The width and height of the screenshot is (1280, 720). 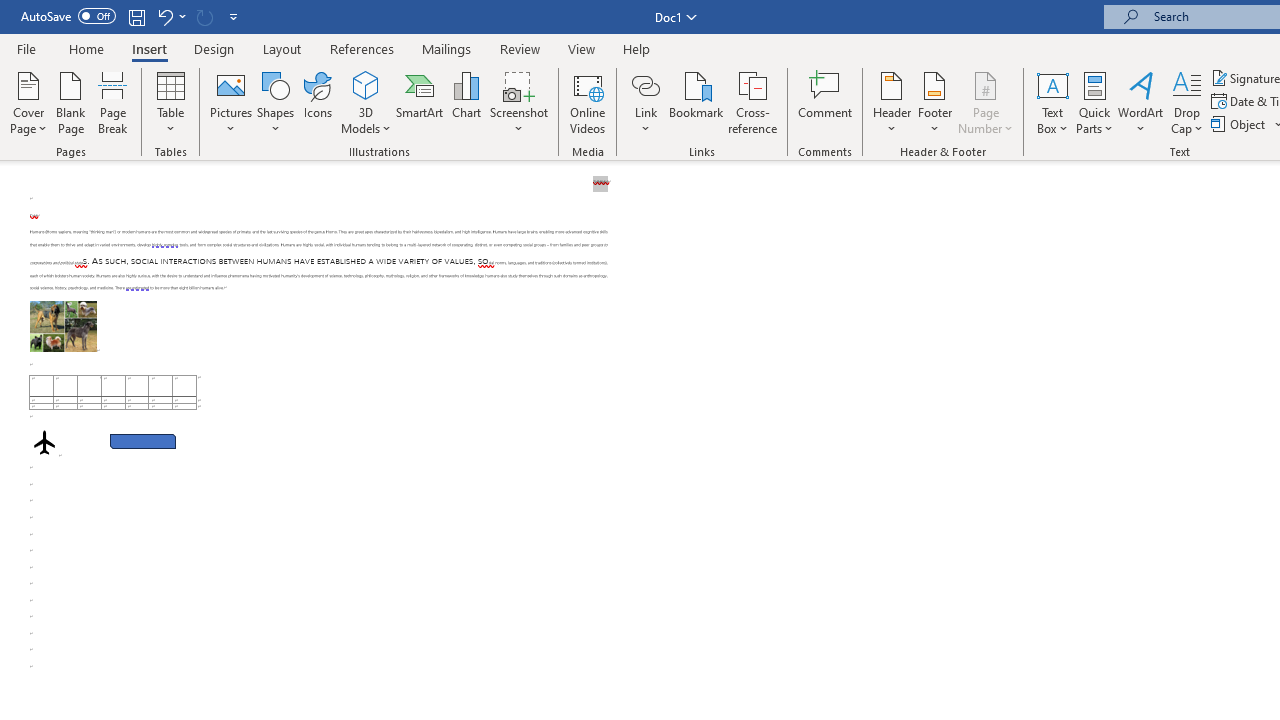 What do you see at coordinates (1239, 124) in the screenshot?
I see `'Object...'` at bounding box center [1239, 124].